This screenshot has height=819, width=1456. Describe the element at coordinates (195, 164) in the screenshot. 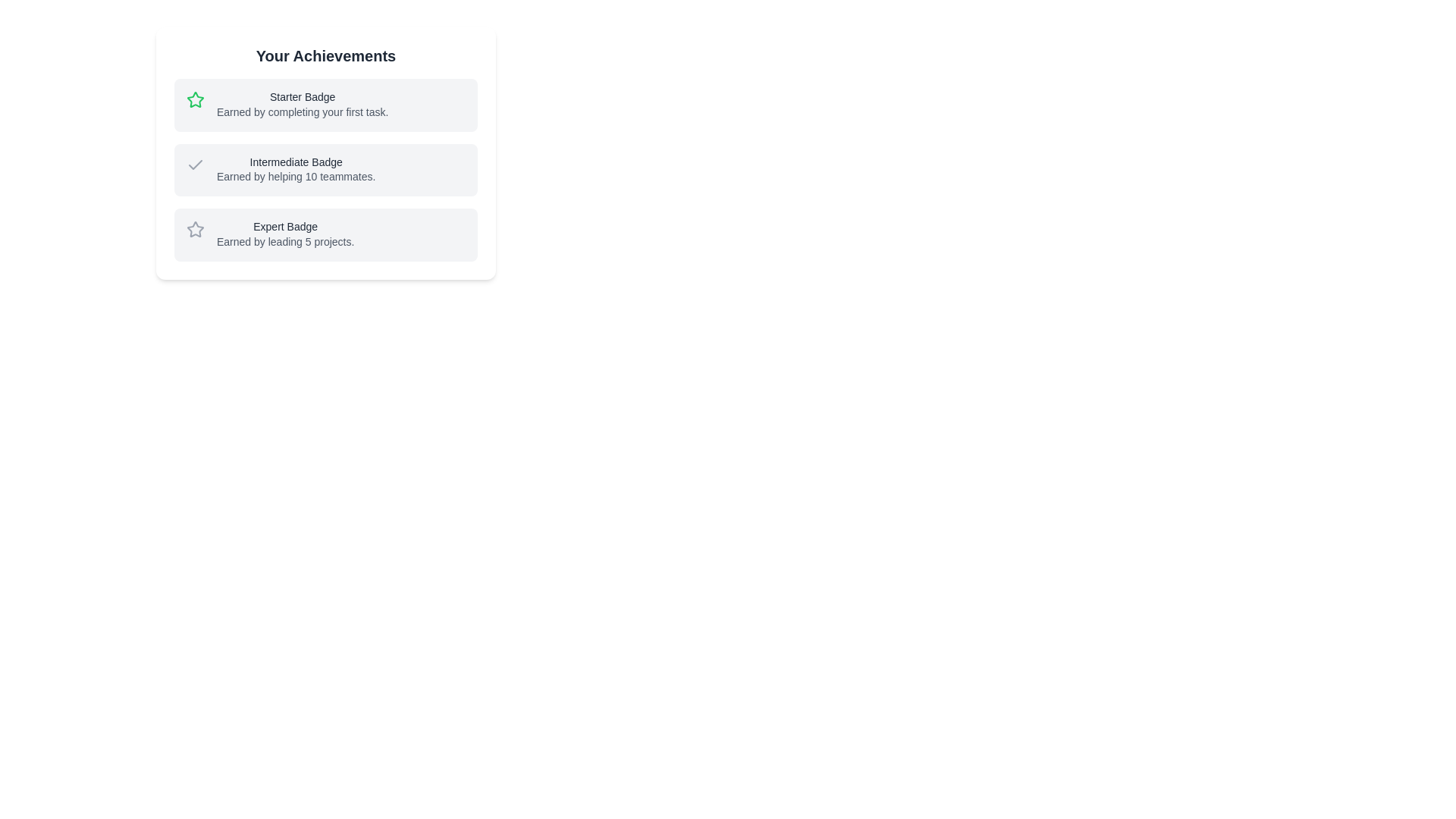

I see `SVG properties of the checkmark icon located beside the 'Intermediate Badge' text in the 'Your Achievements' section` at that location.